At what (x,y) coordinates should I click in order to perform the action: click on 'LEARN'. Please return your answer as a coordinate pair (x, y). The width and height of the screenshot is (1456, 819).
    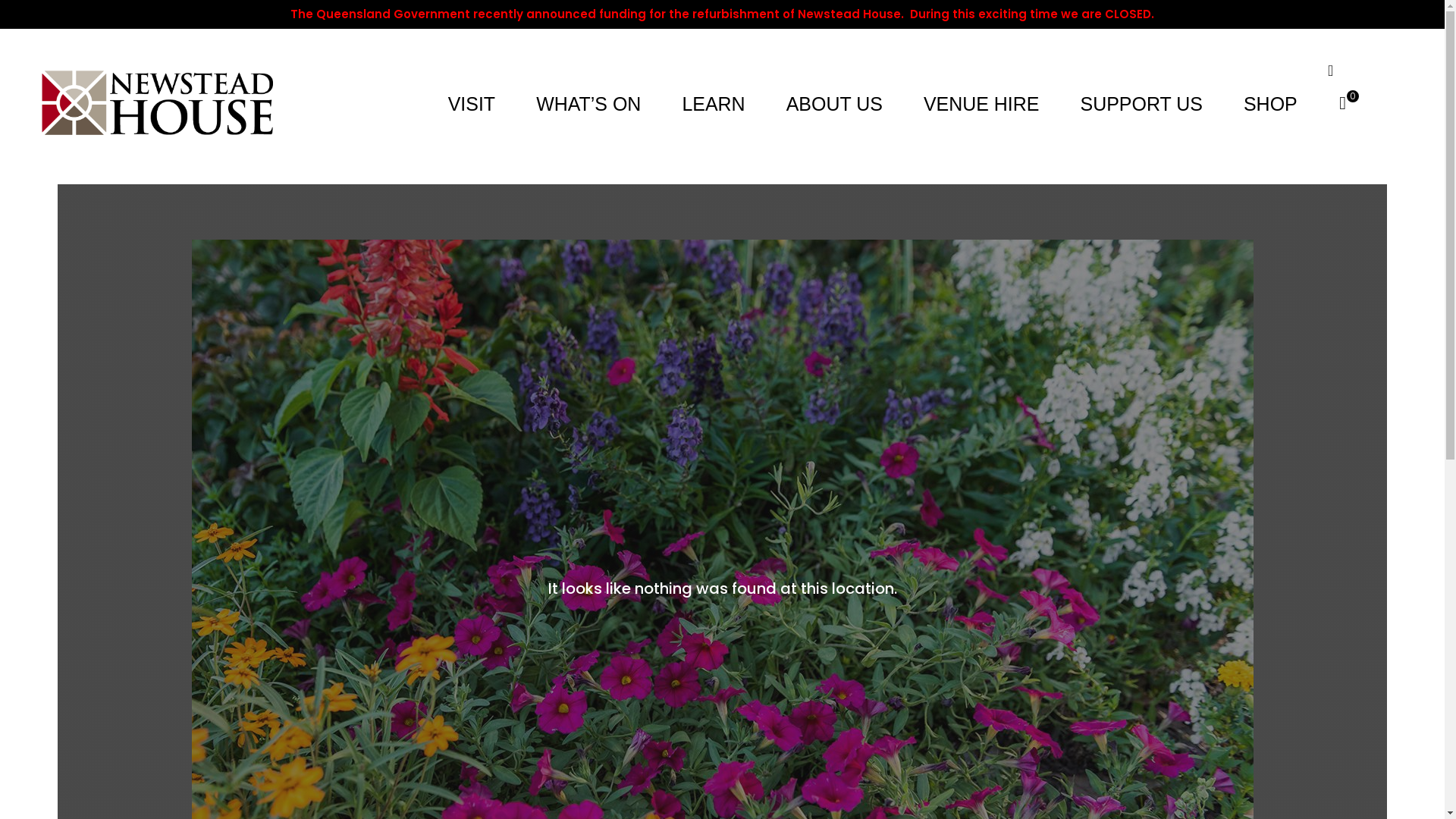
    Looking at the image, I should click on (676, 103).